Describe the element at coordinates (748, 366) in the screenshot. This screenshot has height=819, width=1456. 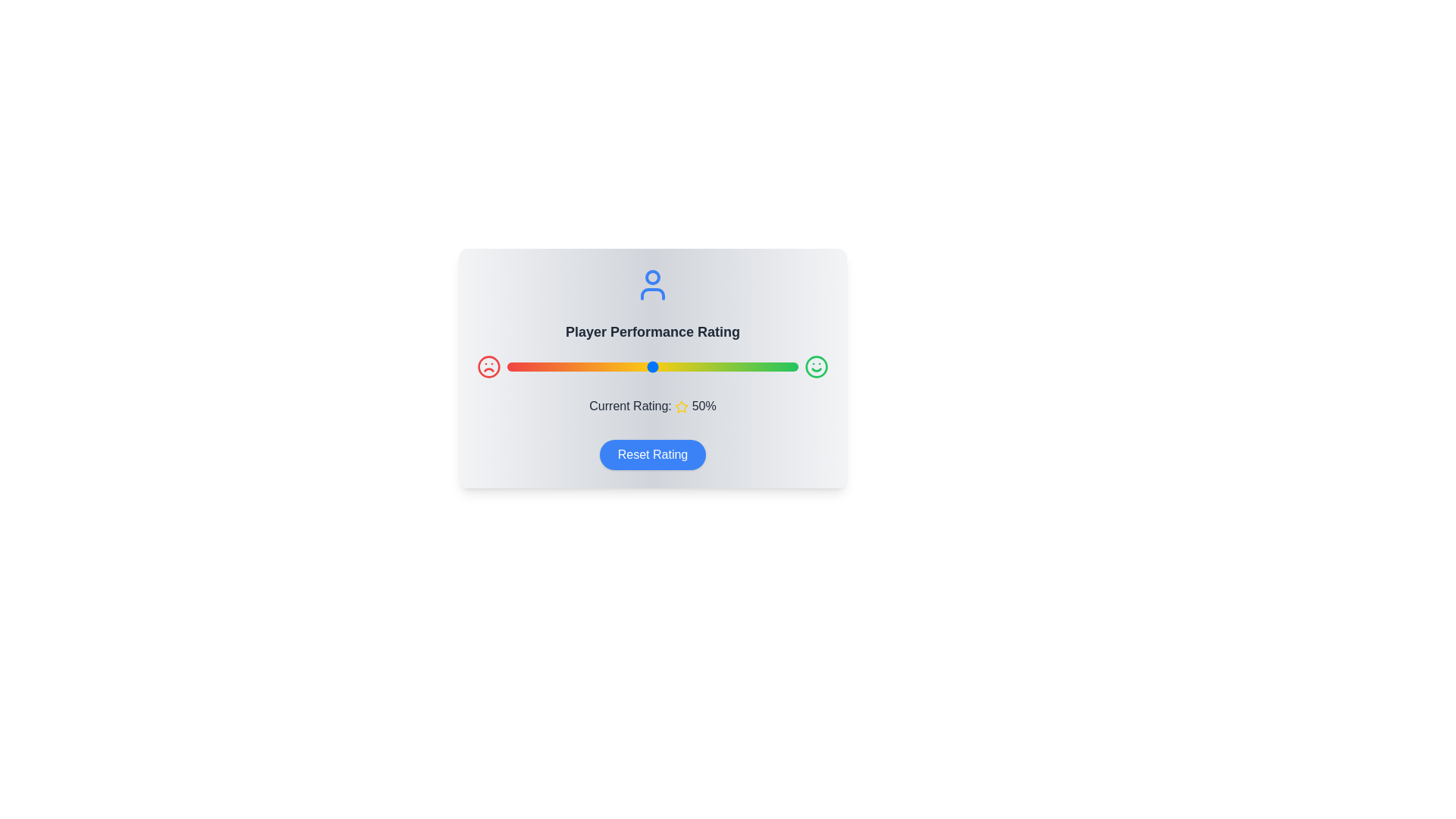
I see `the slider to set the rating to 83%` at that location.